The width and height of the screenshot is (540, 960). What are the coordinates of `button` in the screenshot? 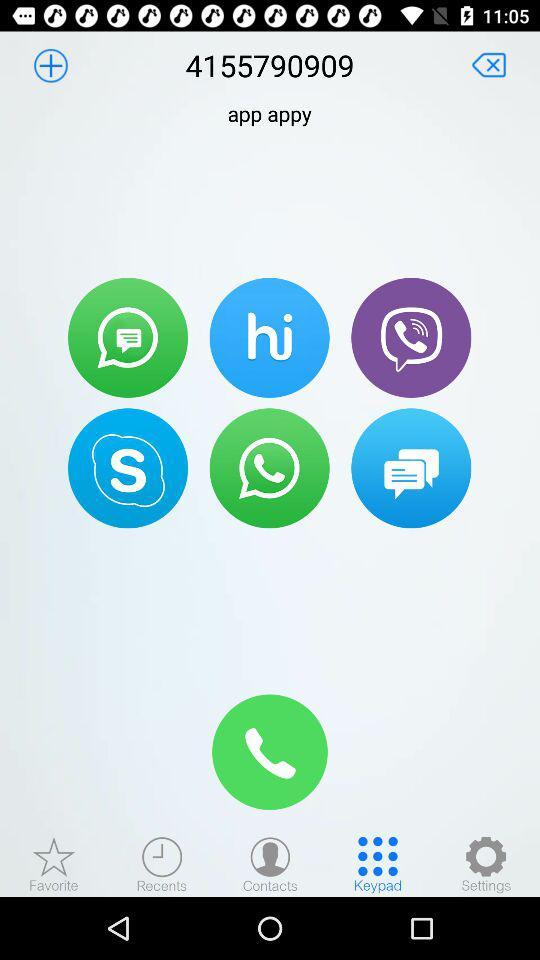 It's located at (488, 65).